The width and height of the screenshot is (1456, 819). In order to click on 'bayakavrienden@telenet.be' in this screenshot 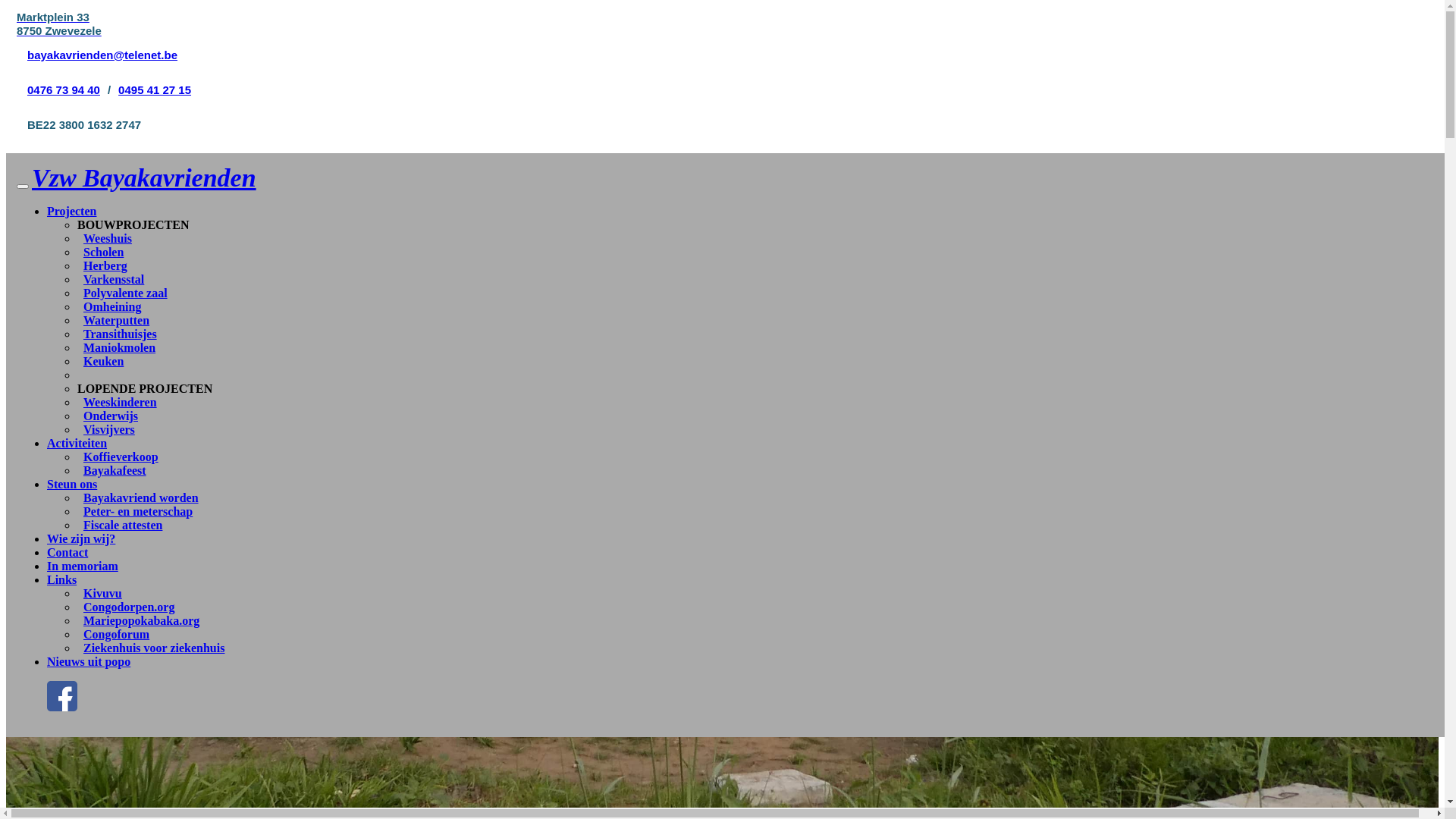, I will do `click(101, 54)`.